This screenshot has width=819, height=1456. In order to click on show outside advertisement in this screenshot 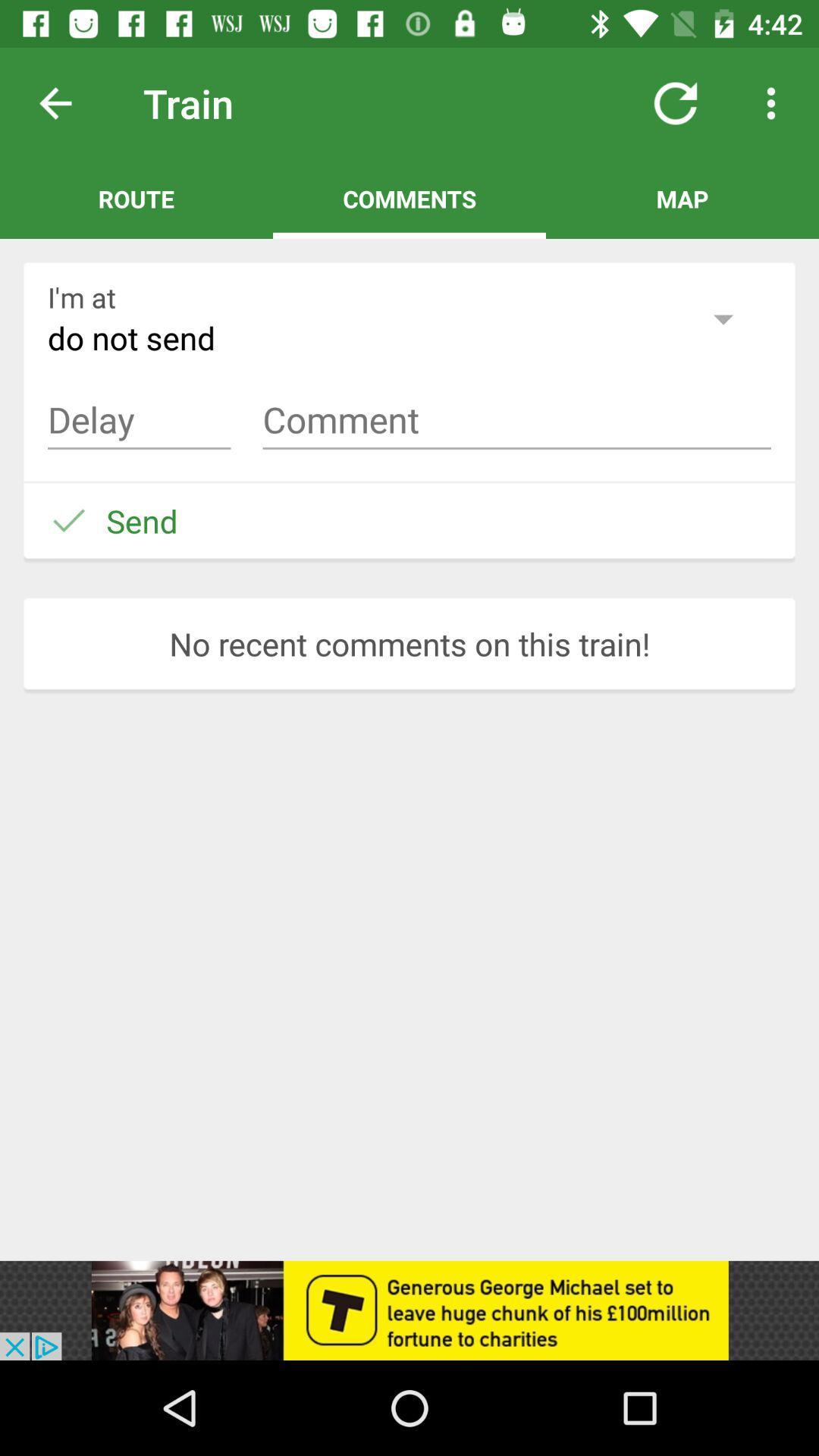, I will do `click(409, 1310)`.